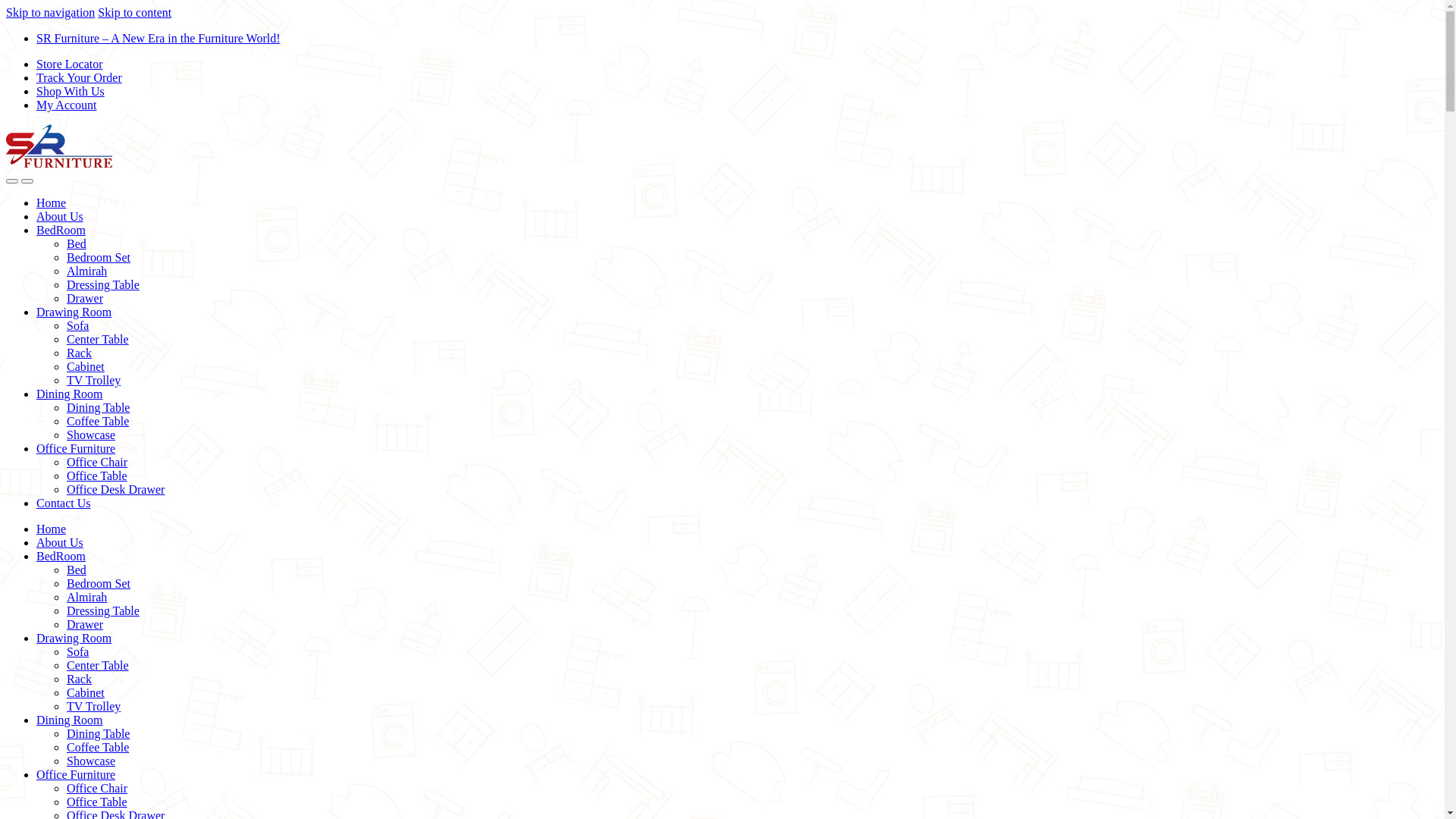  I want to click on 'Coffee Table', so click(65, 421).